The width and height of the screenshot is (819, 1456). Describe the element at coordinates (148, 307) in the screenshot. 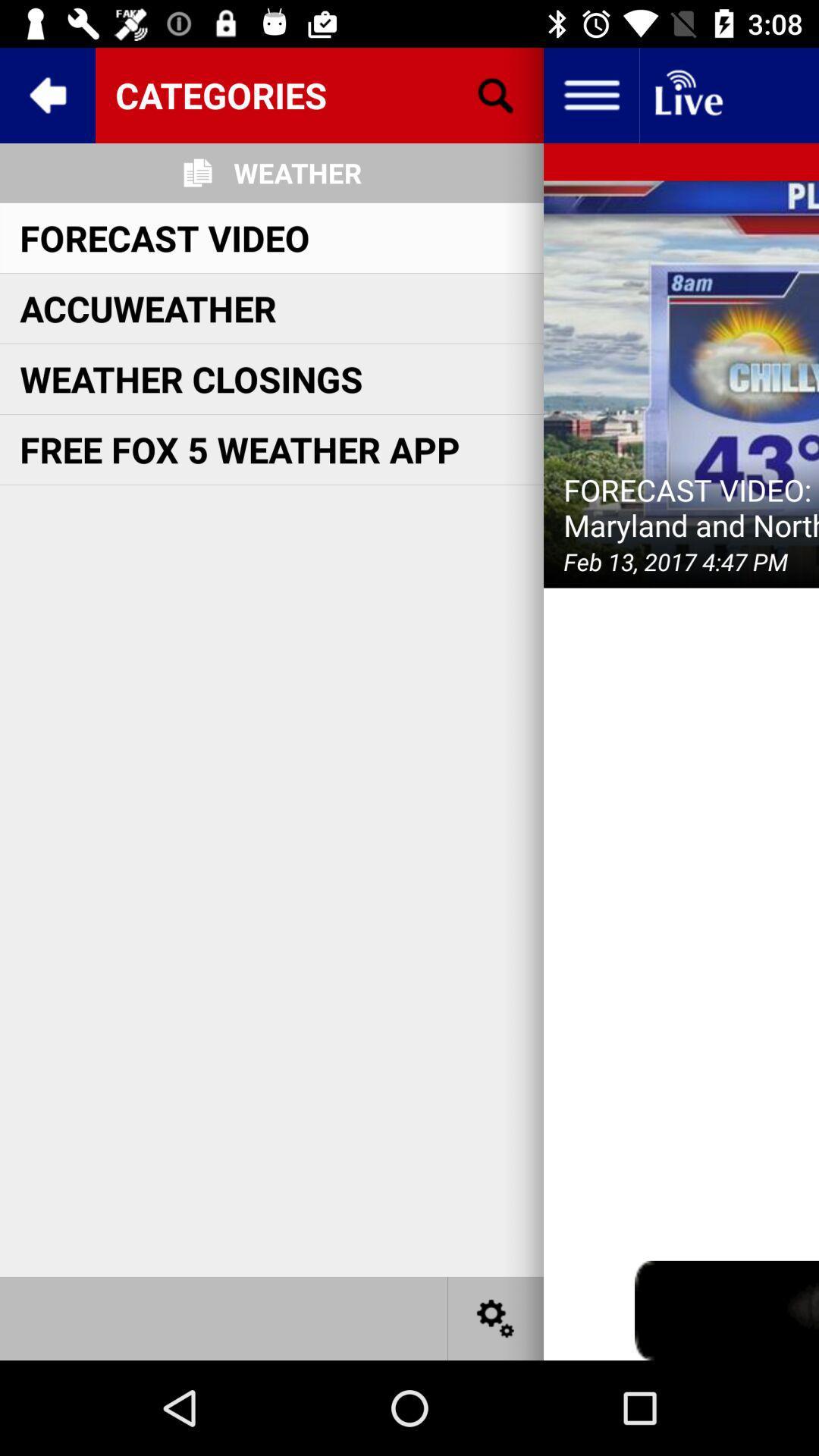

I see `the icon above weather closings item` at that location.